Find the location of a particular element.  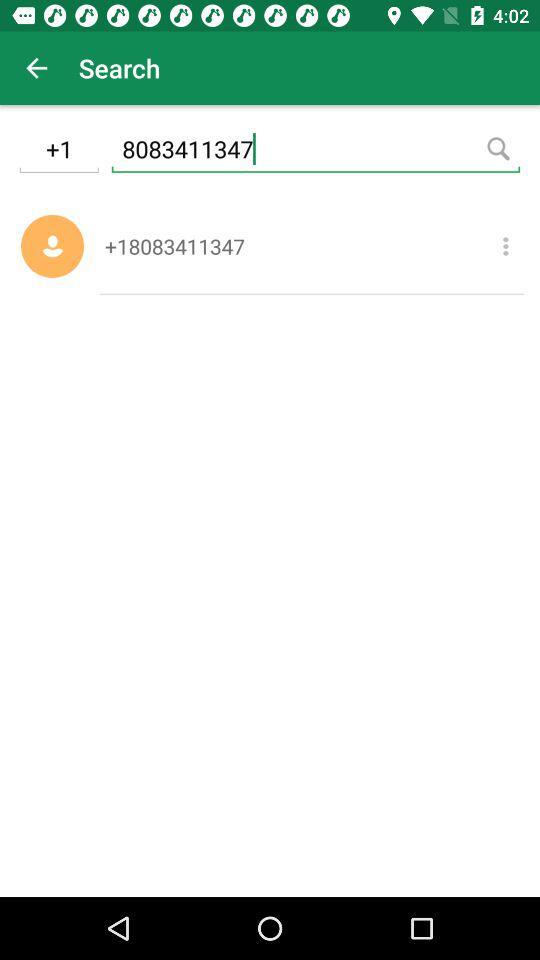

icon next to +1 item is located at coordinates (315, 151).